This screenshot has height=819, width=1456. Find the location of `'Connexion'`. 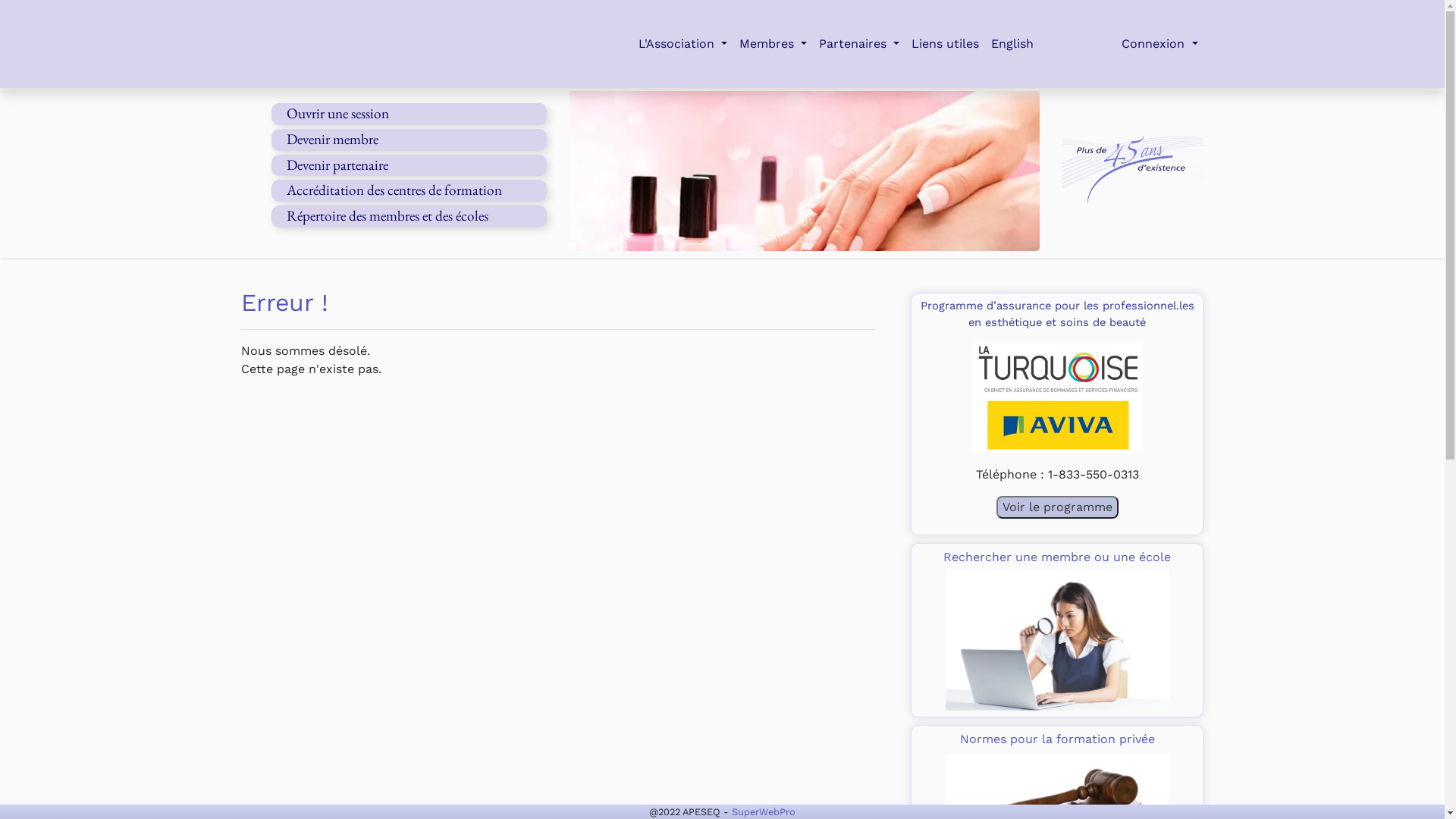

'Connexion' is located at coordinates (1159, 42).